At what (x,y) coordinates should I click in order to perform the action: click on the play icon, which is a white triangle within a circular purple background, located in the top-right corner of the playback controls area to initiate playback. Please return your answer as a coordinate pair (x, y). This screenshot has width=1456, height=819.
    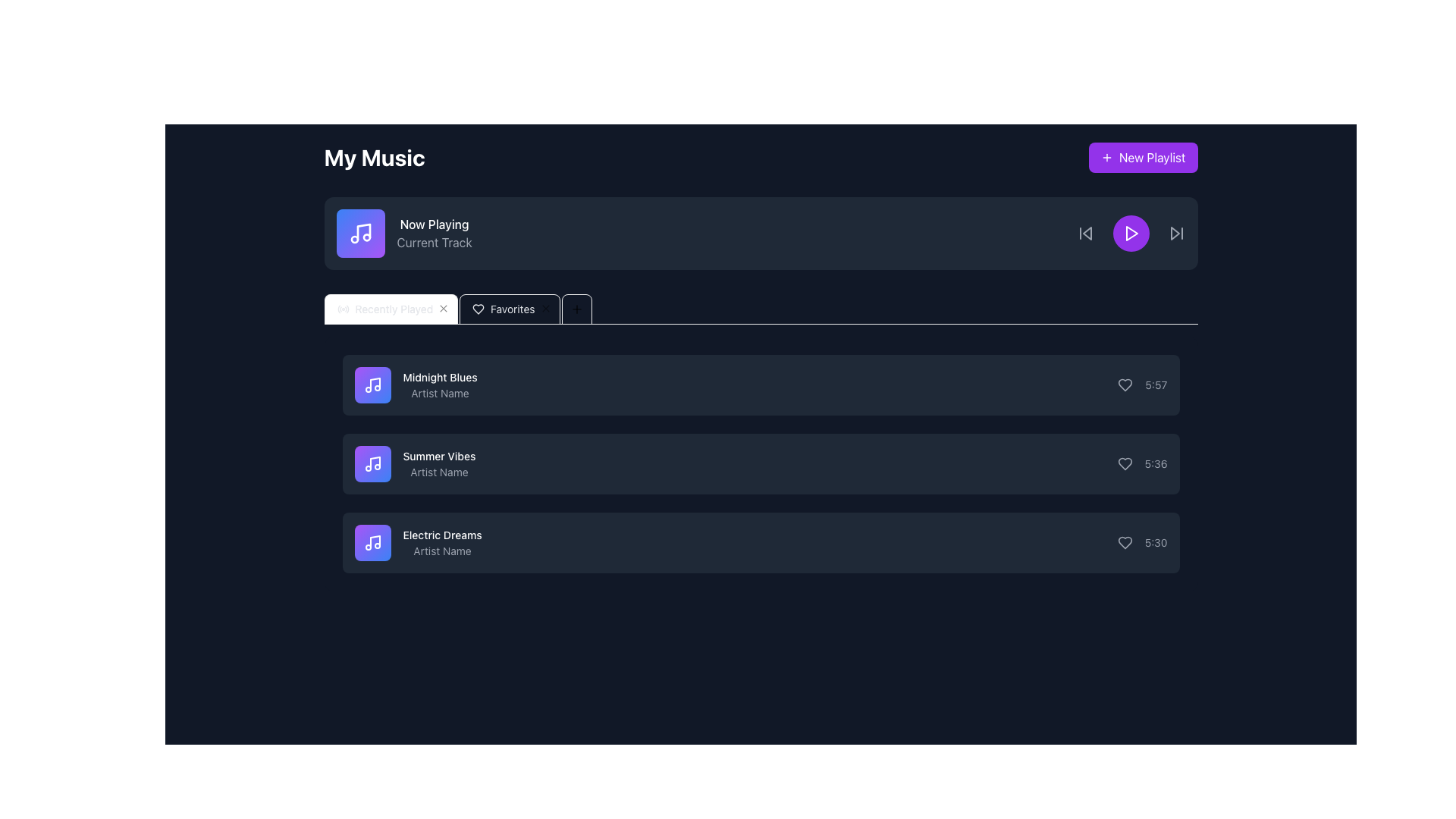
    Looking at the image, I should click on (1131, 234).